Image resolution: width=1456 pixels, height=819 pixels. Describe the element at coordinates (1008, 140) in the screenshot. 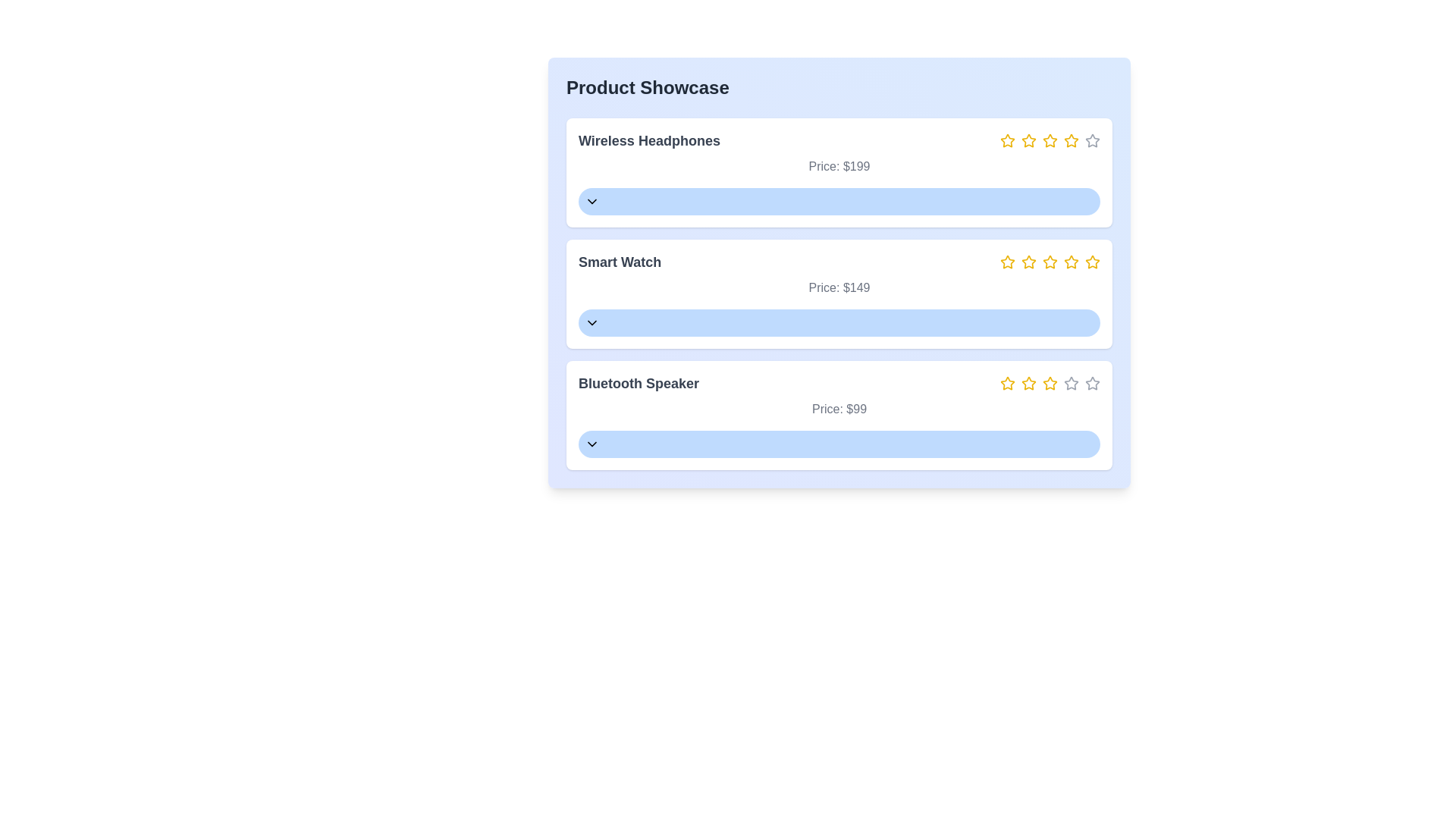

I see `the first yellow star icon in the rating row of the 'Wireless Headphones' product` at that location.